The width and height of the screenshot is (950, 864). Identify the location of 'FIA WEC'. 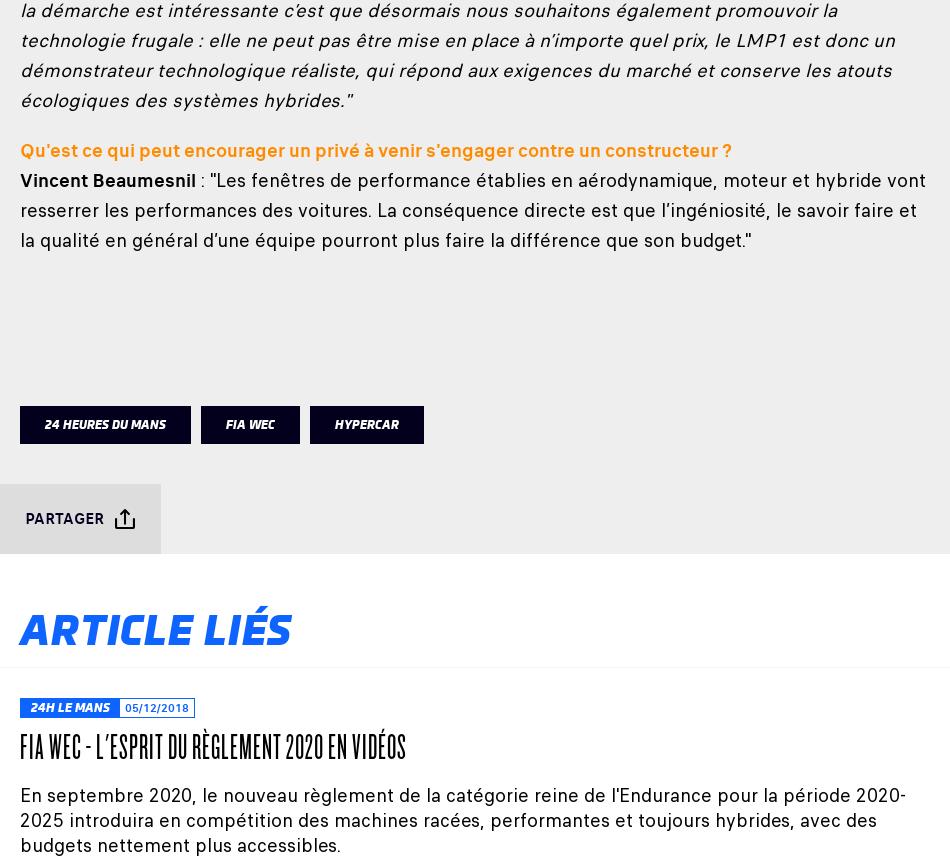
(249, 424).